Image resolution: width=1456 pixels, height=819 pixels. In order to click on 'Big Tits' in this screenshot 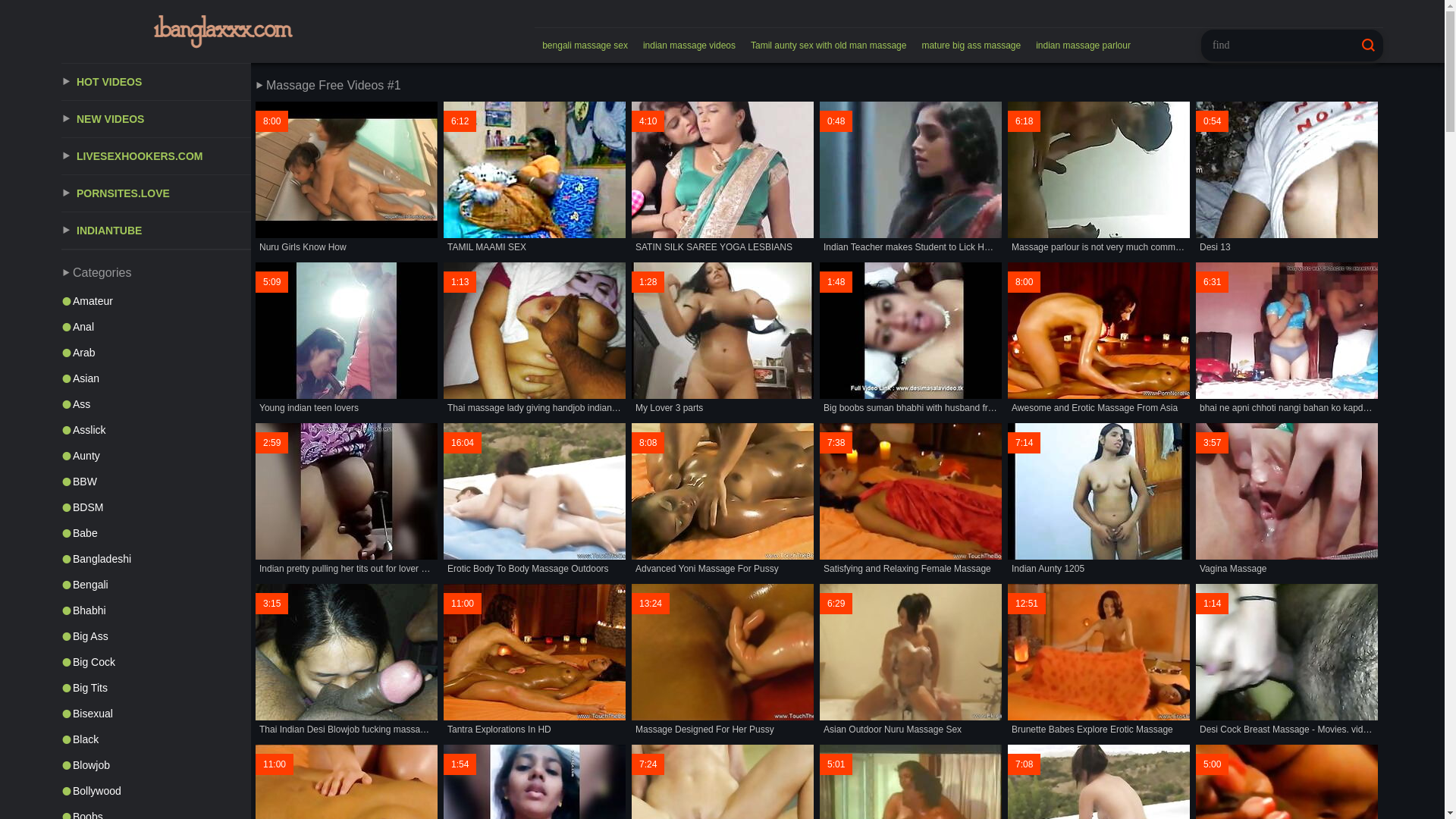, I will do `click(156, 687)`.